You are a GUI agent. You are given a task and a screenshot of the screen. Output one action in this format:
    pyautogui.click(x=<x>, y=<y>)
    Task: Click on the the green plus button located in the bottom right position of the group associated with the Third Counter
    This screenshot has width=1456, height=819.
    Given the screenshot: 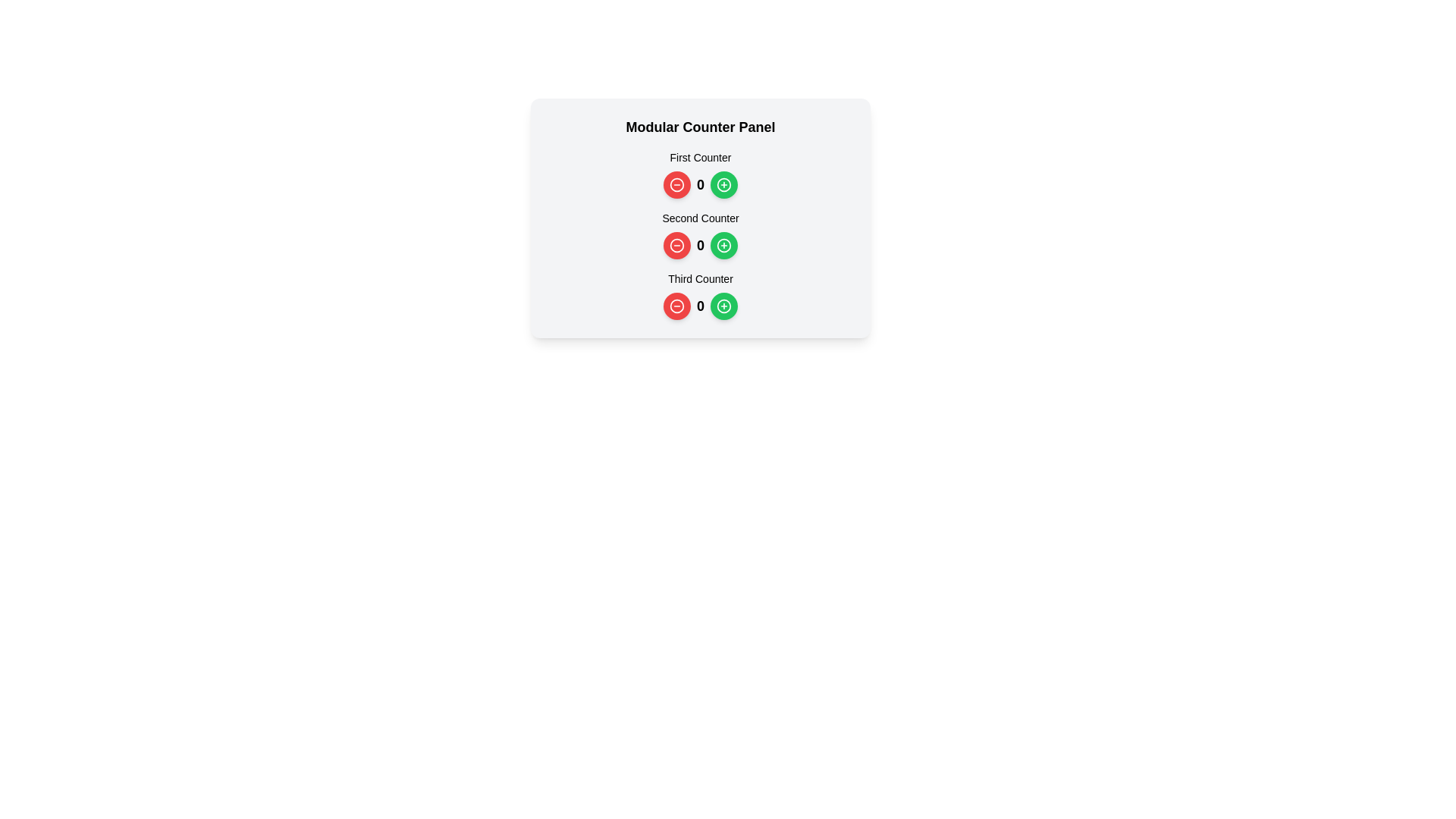 What is the action you would take?
    pyautogui.click(x=723, y=306)
    